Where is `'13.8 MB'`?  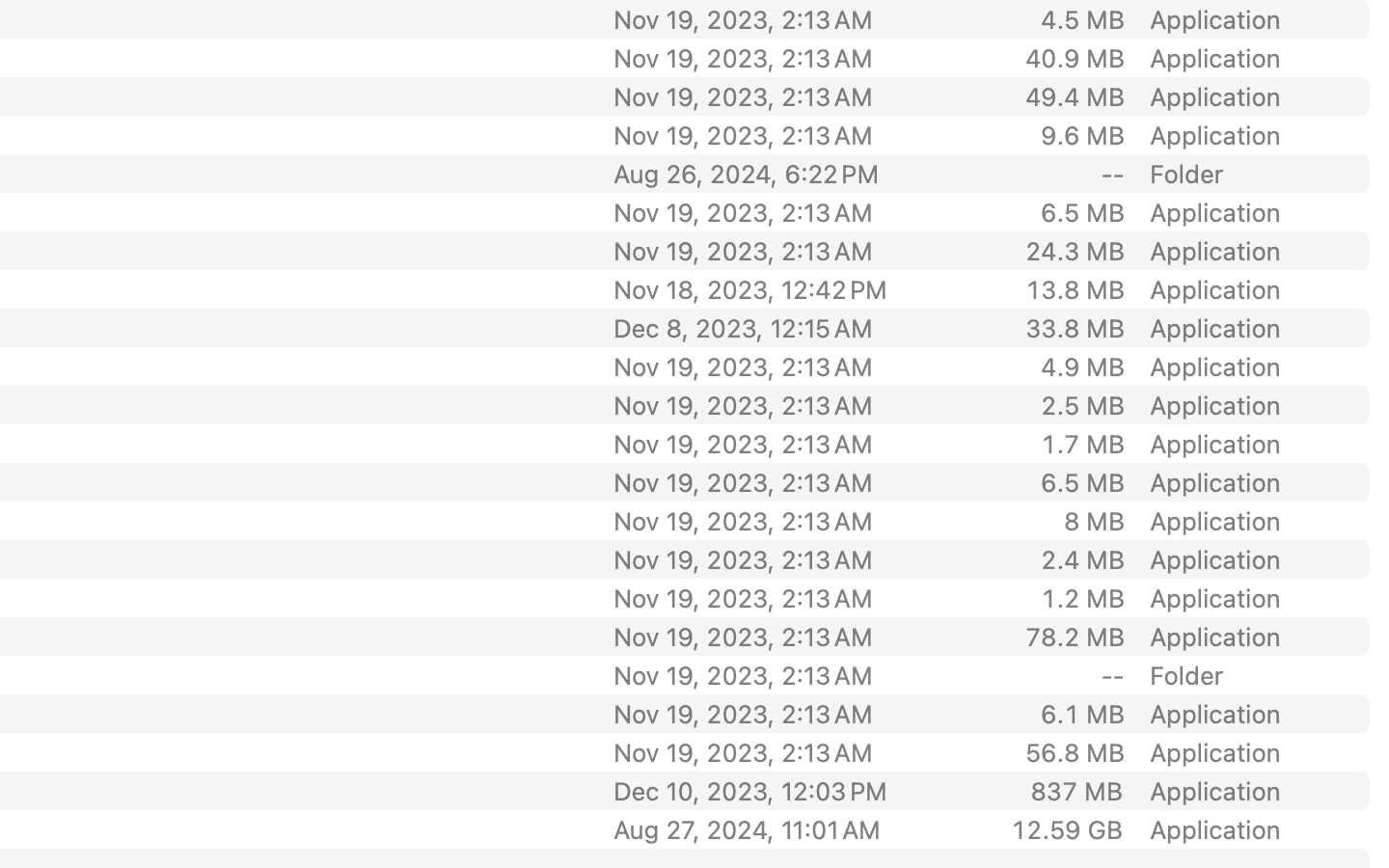 '13.8 MB' is located at coordinates (1073, 287).